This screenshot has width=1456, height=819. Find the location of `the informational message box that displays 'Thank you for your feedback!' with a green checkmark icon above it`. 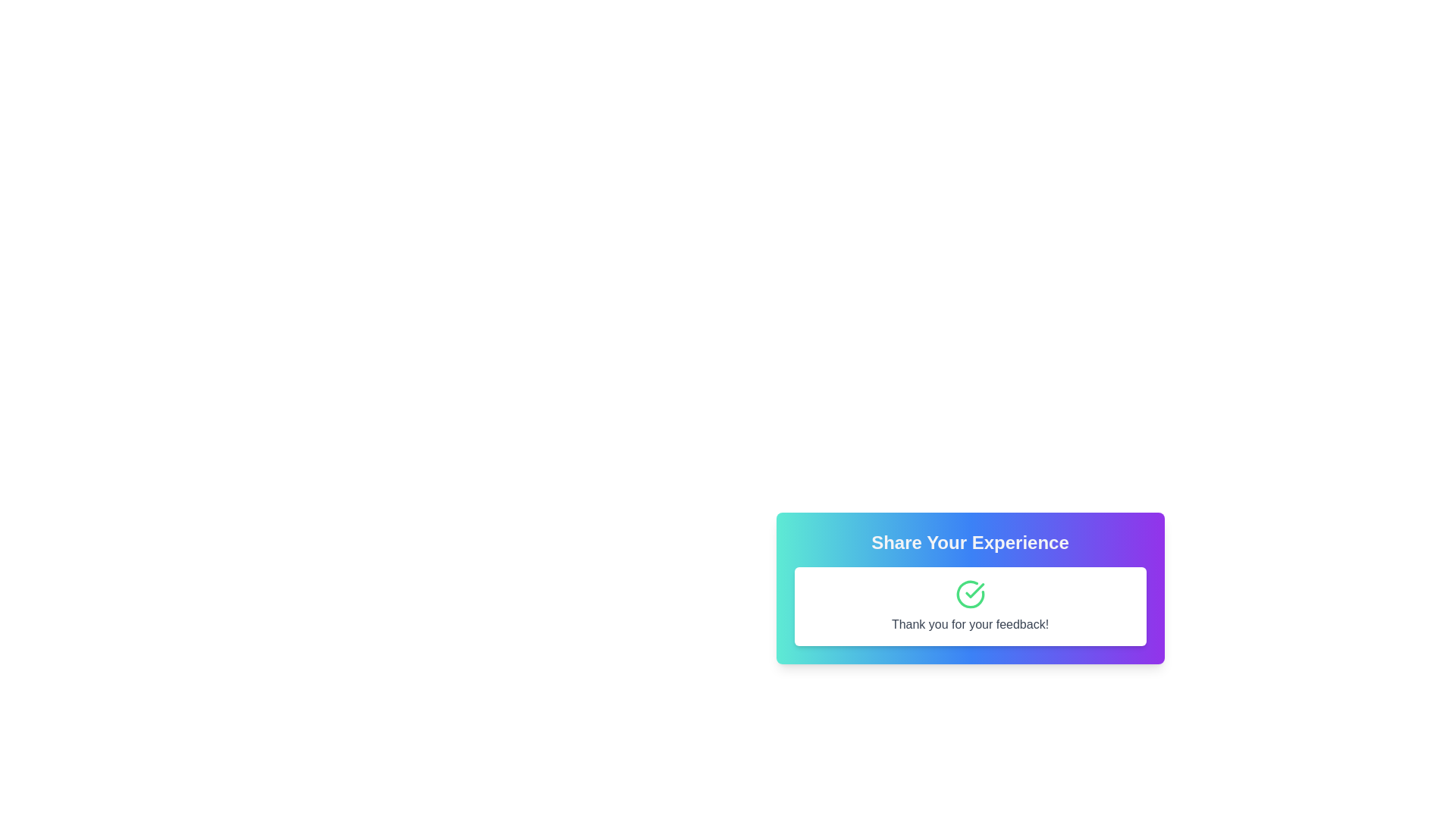

the informational message box that displays 'Thank you for your feedback!' with a green checkmark icon above it is located at coordinates (969, 605).